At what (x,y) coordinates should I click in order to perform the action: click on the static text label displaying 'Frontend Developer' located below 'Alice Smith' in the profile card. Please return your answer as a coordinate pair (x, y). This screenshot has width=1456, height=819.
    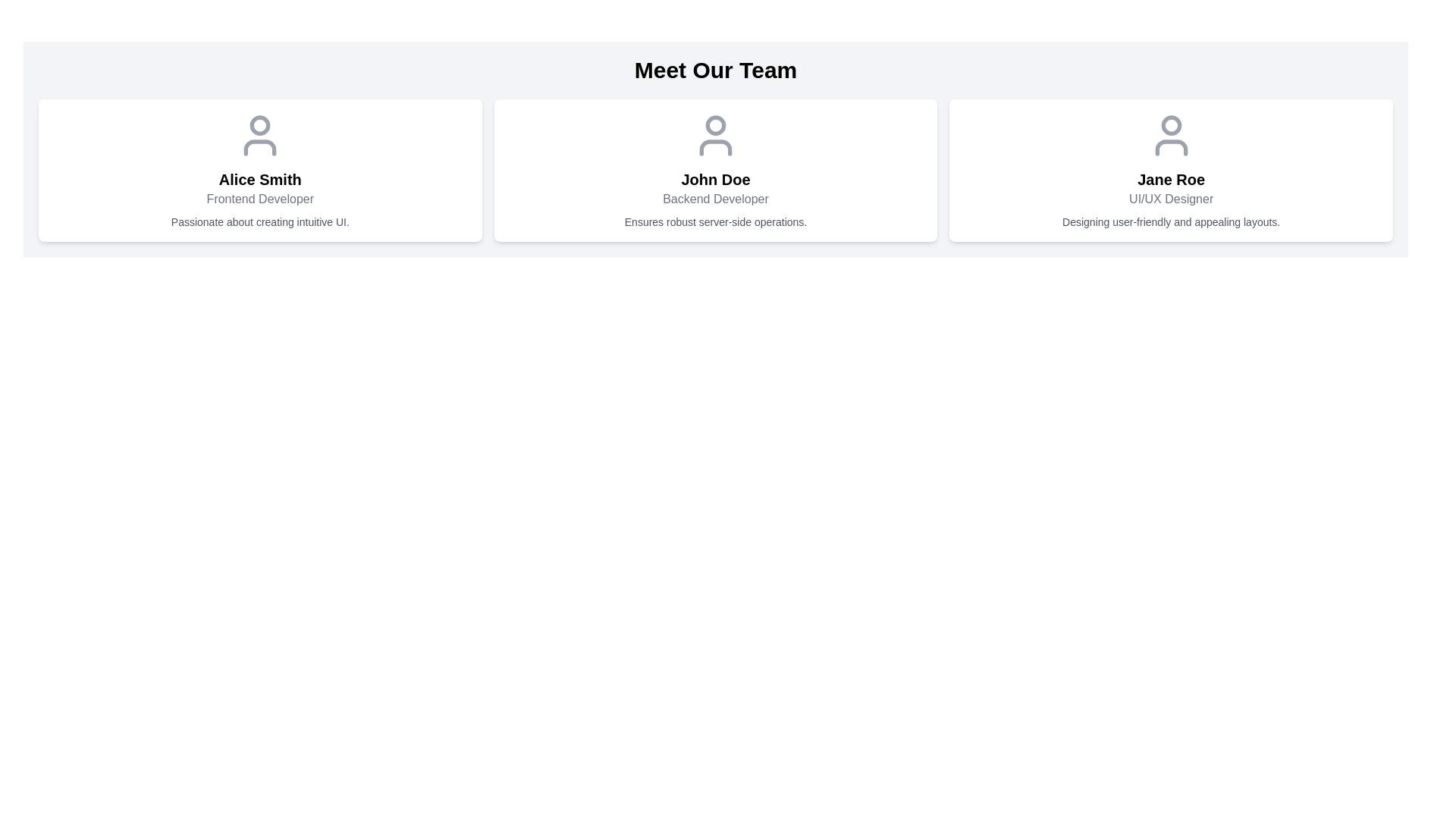
    Looking at the image, I should click on (260, 198).